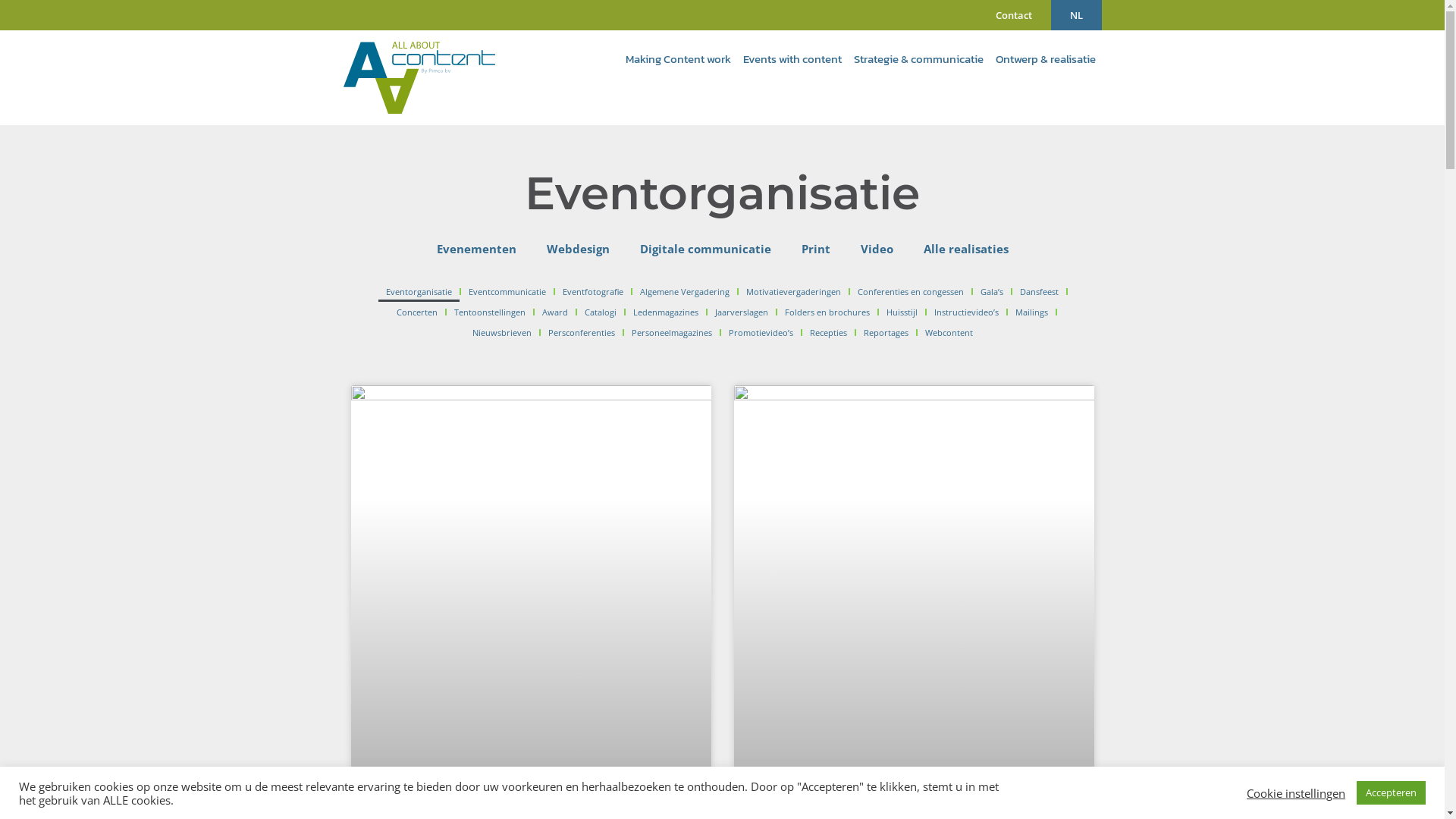 The image size is (1456, 819). I want to click on 'Making Content work', so click(619, 58).